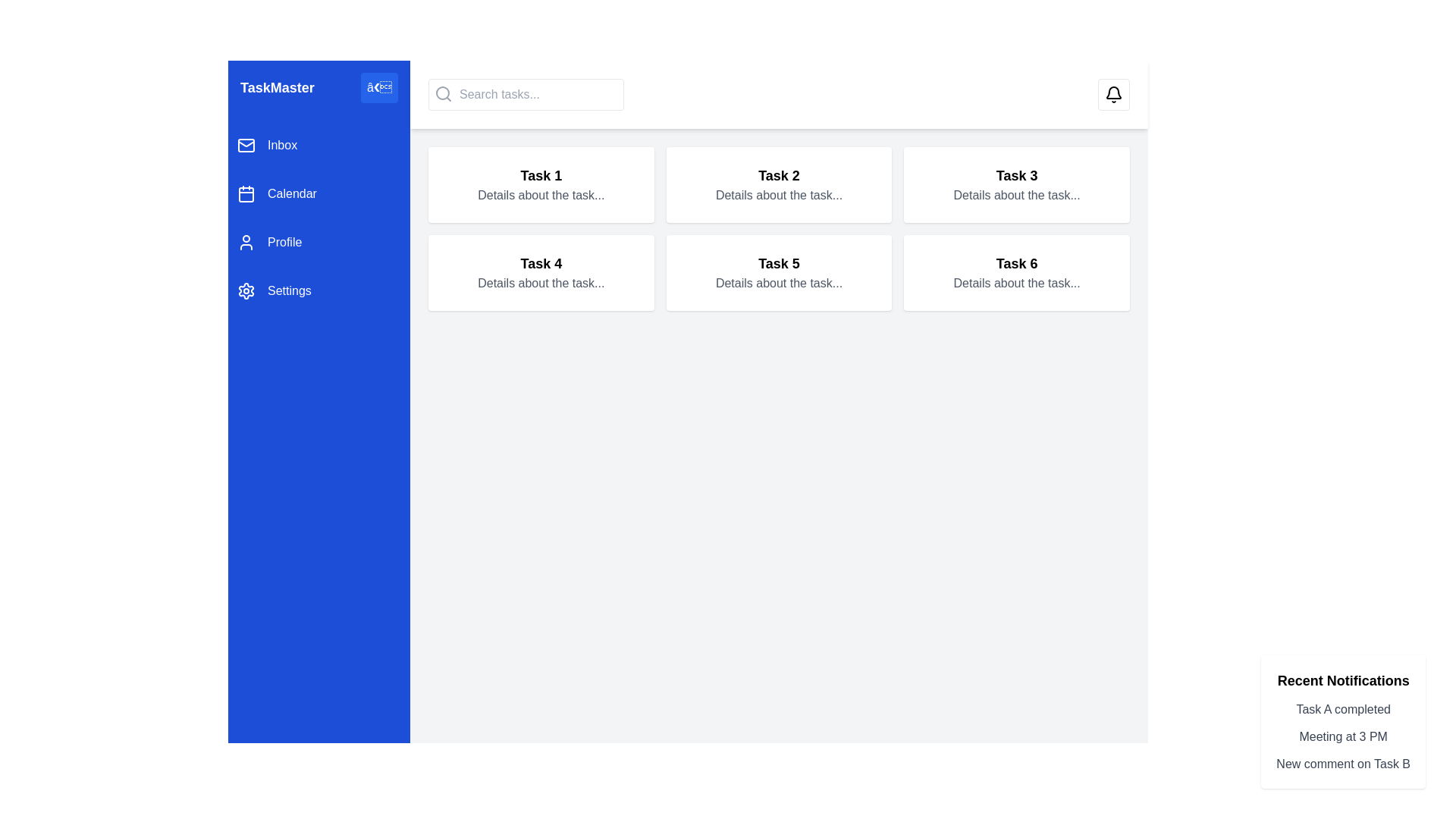 This screenshot has height=819, width=1456. What do you see at coordinates (1113, 94) in the screenshot?
I see `the bell-shaped notification icon button located at the top-right corner of the task management application's header` at bounding box center [1113, 94].